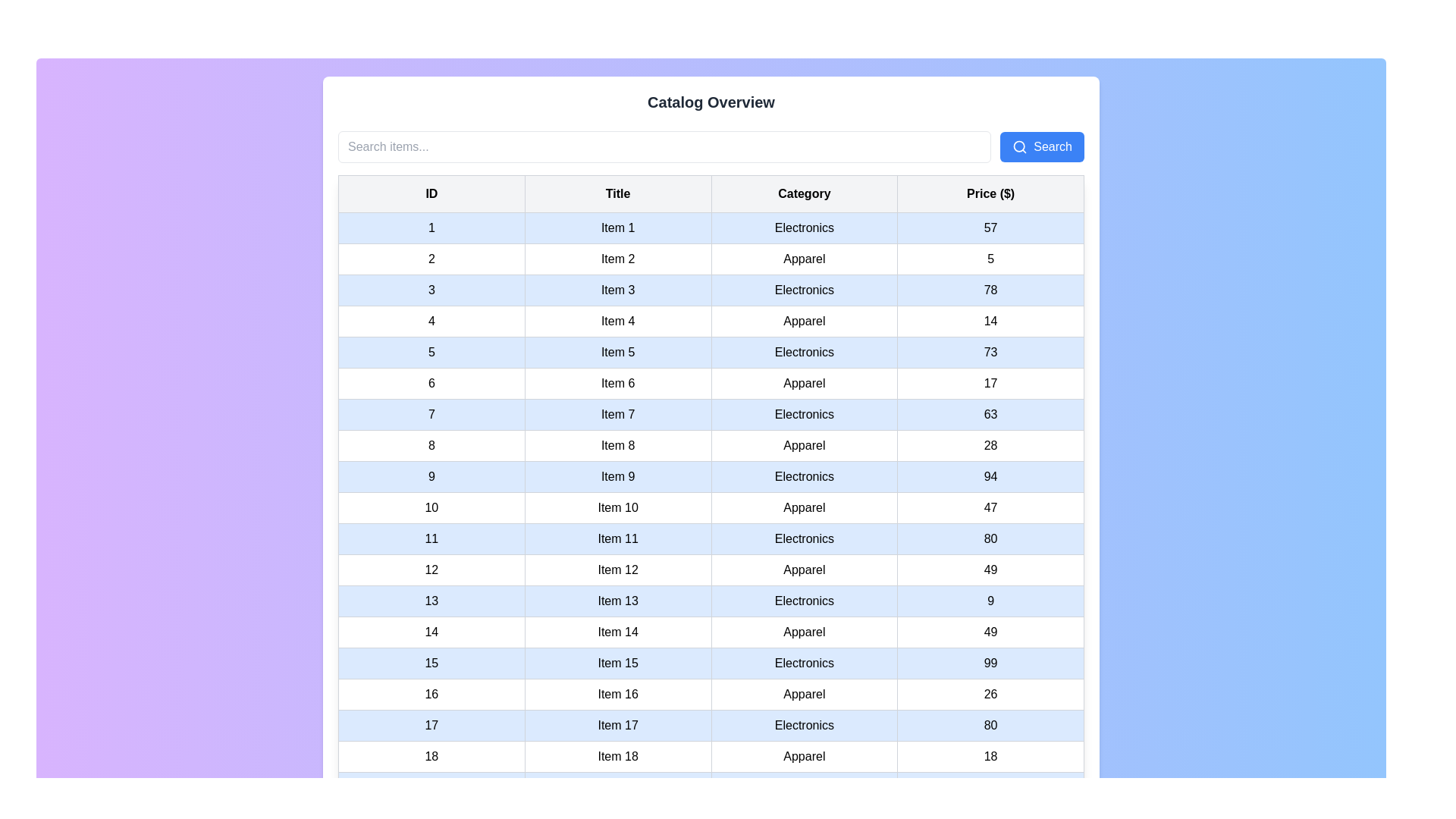 Image resolution: width=1456 pixels, height=819 pixels. What do you see at coordinates (431, 632) in the screenshot?
I see `the table cell containing the text '14', which is the leftmost cell in a row labeled 'ID'` at bounding box center [431, 632].